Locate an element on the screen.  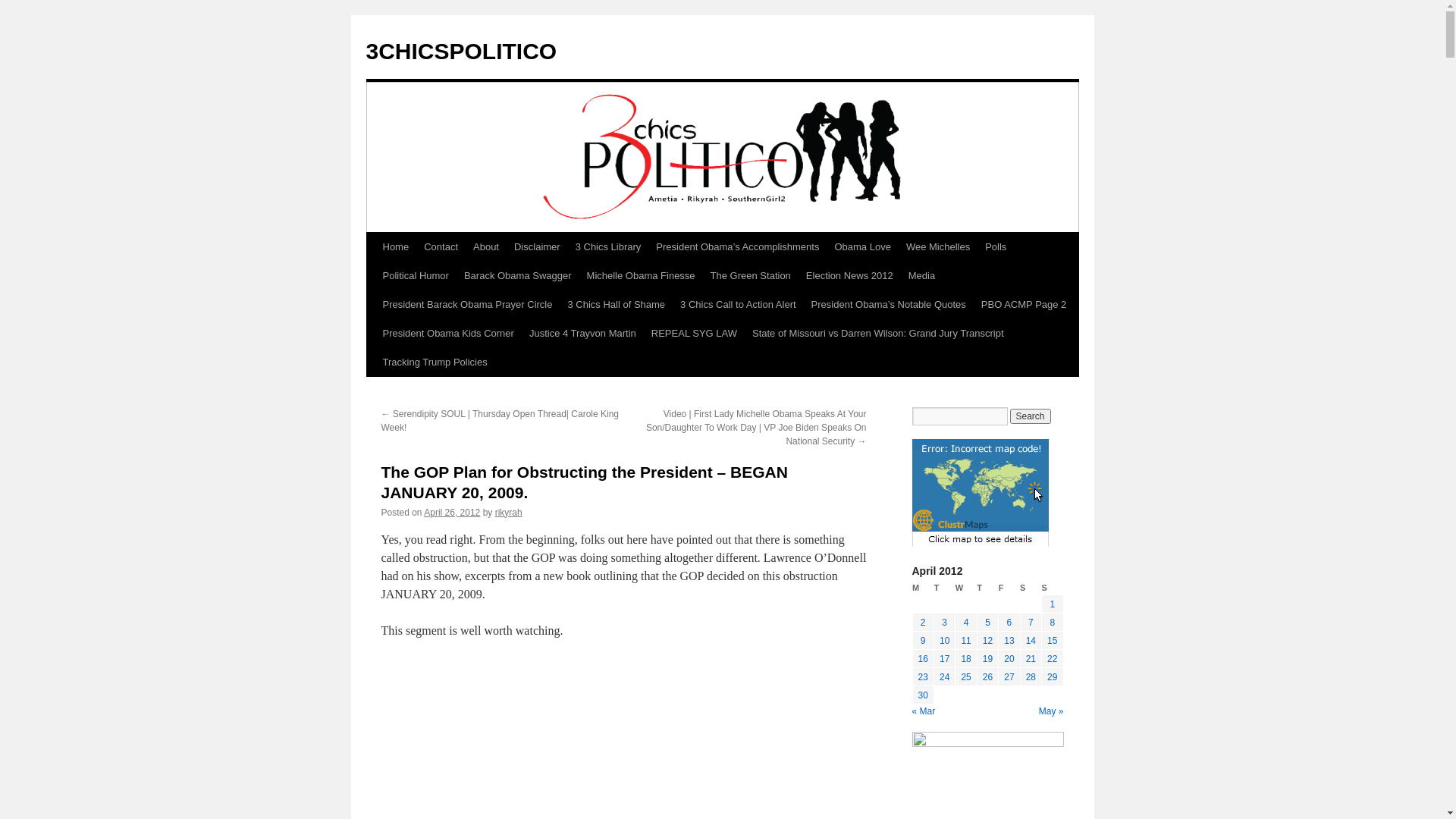
'Barack Obama Swagger' is located at coordinates (455, 275).